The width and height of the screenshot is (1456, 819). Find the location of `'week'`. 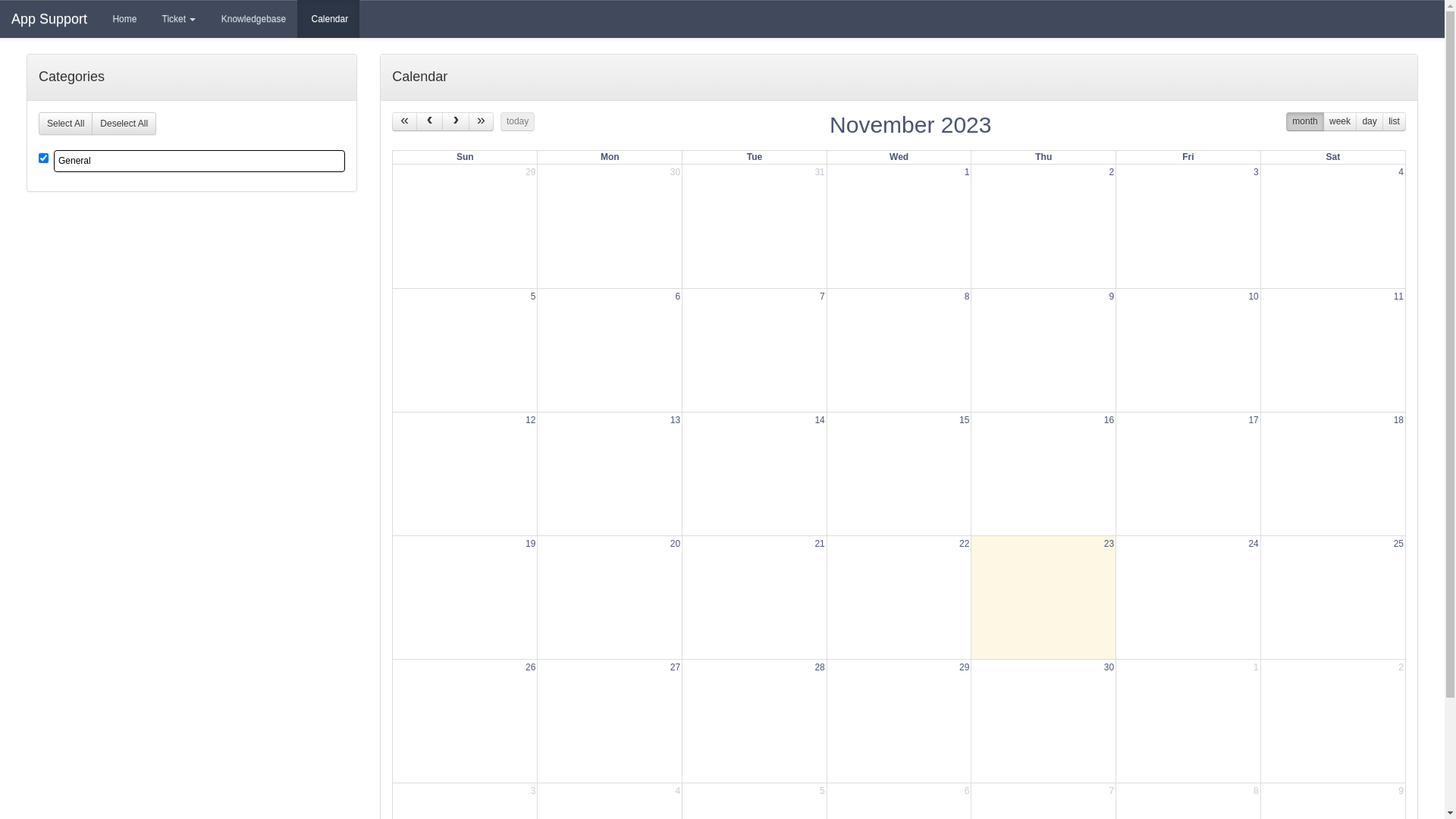

'week' is located at coordinates (1339, 121).